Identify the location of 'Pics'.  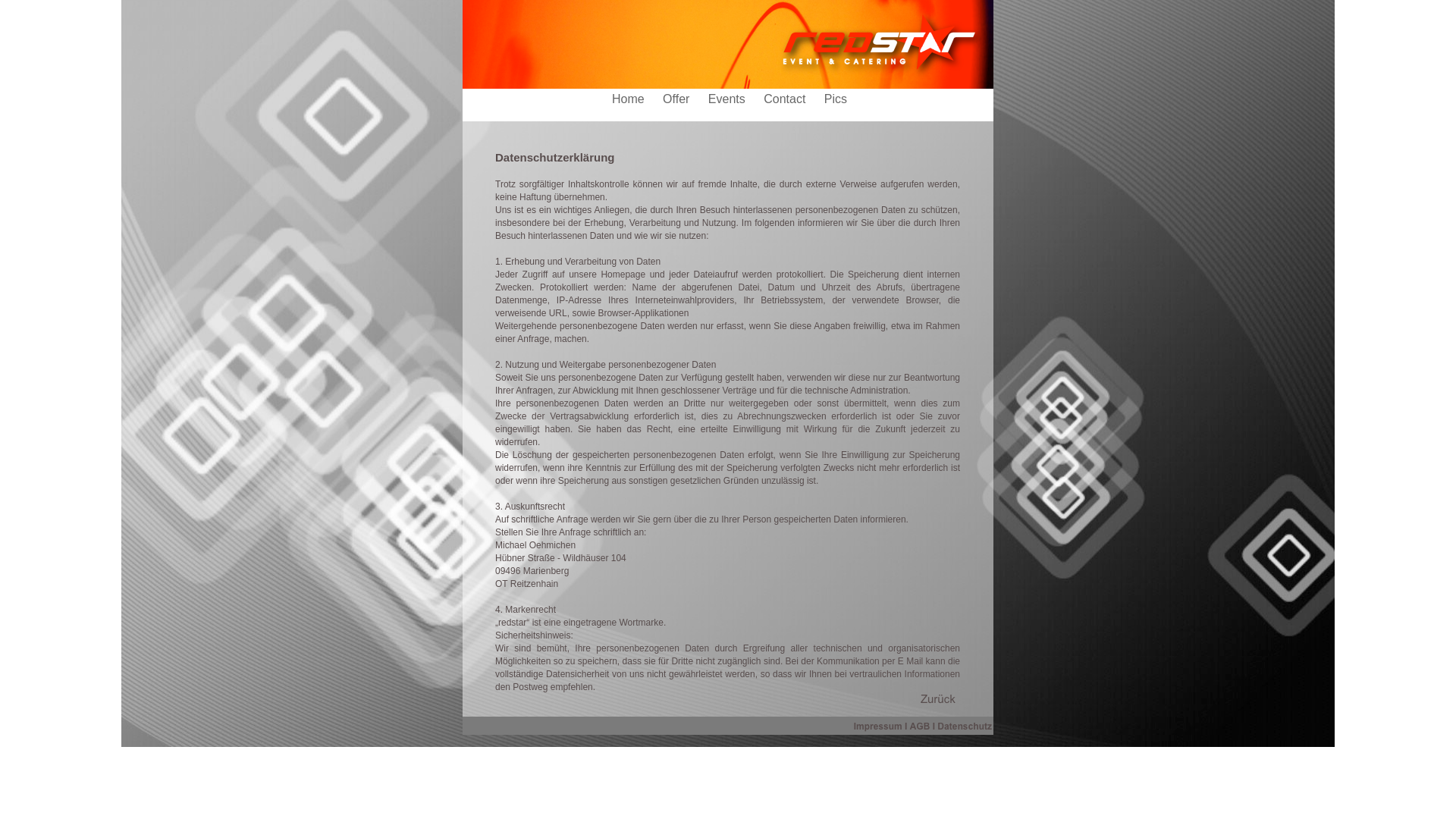
(823, 99).